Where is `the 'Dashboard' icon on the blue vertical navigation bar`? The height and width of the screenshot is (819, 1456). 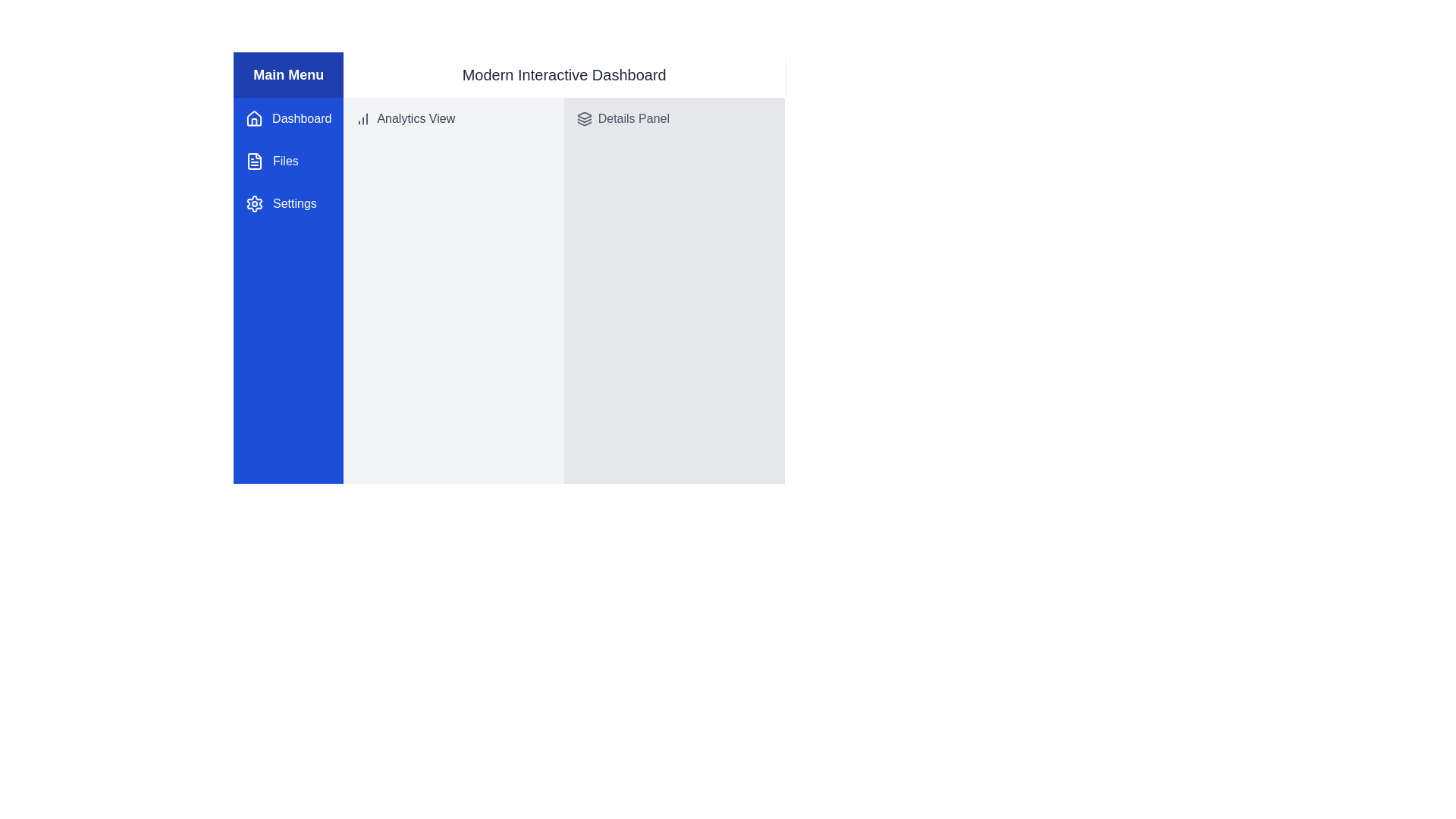
the 'Dashboard' icon on the blue vertical navigation bar is located at coordinates (254, 118).